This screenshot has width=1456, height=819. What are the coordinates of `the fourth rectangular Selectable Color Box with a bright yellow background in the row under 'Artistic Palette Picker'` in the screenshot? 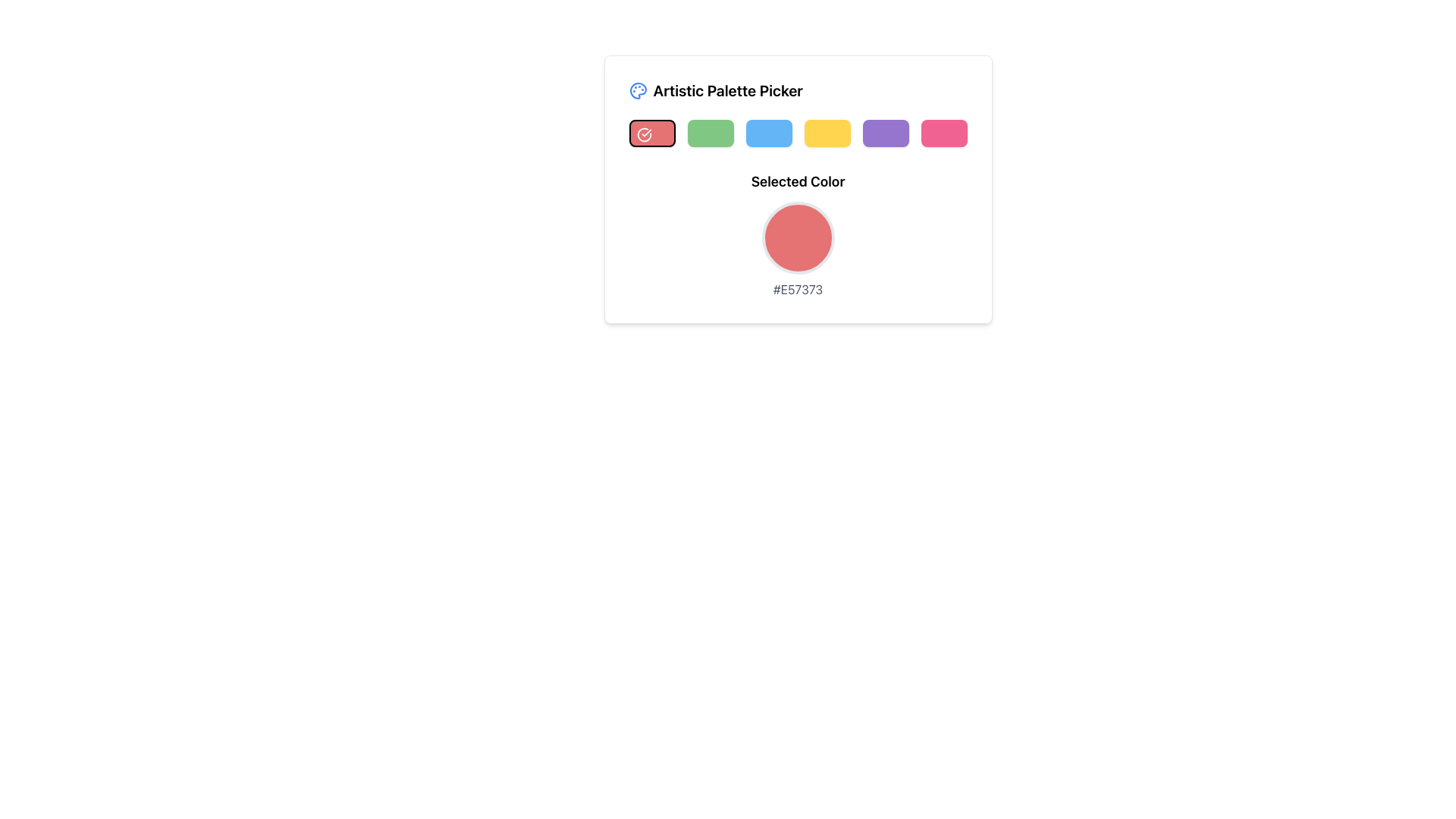 It's located at (826, 133).